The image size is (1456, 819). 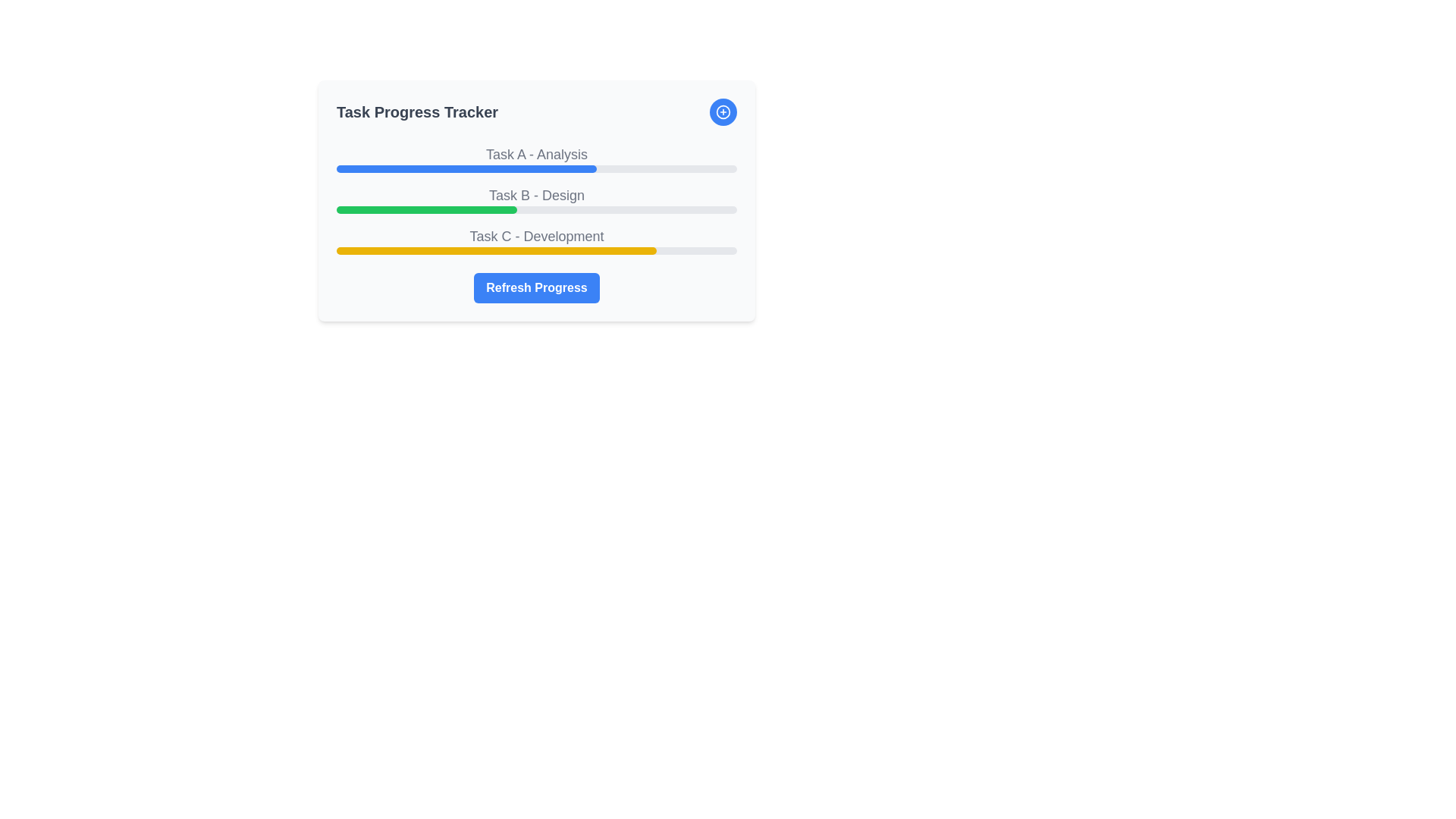 I want to click on the innermost circular shape located inside the icon button at the top-right corner of the task progress tracker interface, so click(x=723, y=111).